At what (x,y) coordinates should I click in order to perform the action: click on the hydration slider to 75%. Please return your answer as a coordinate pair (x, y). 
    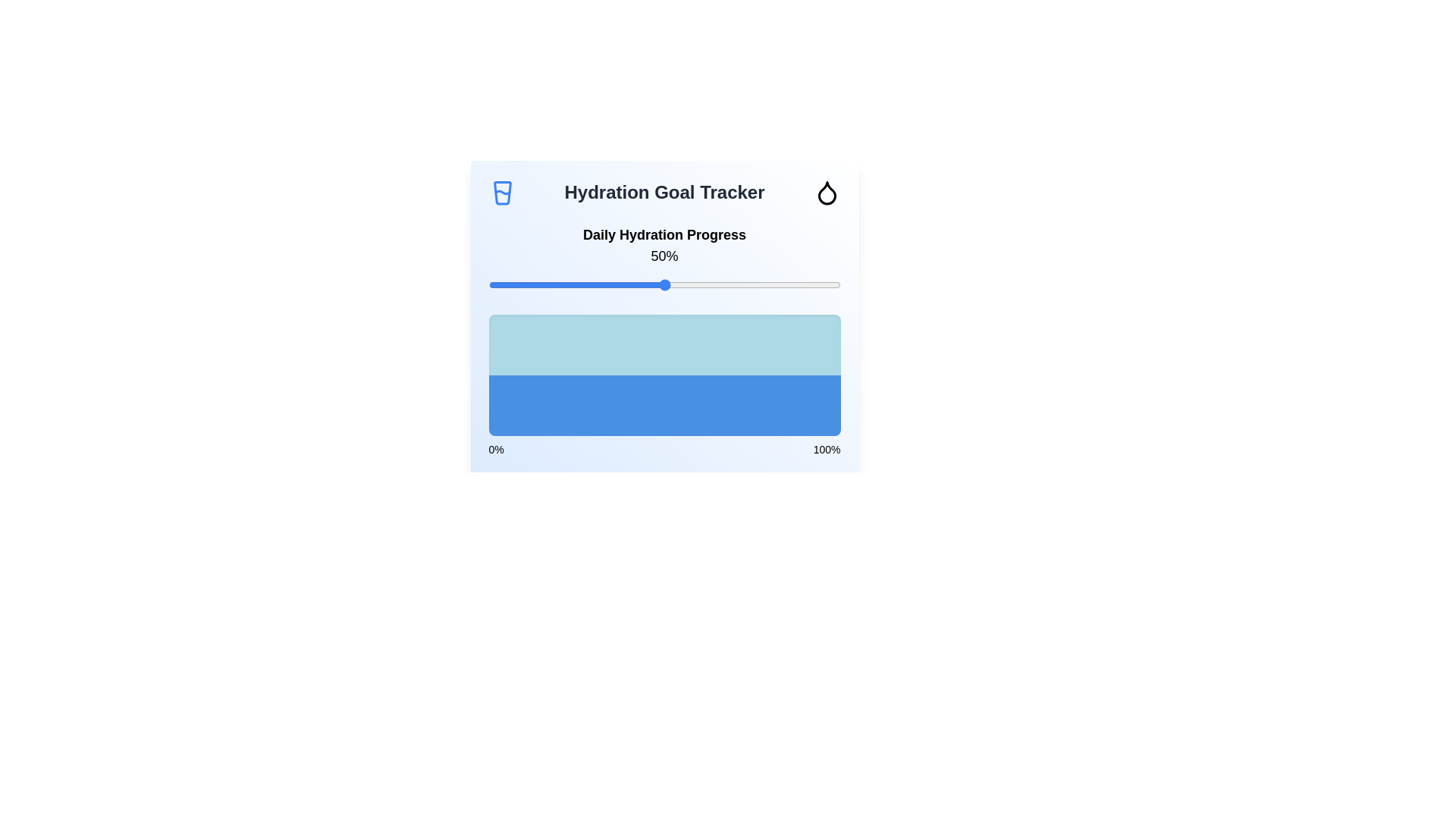
    Looking at the image, I should click on (752, 284).